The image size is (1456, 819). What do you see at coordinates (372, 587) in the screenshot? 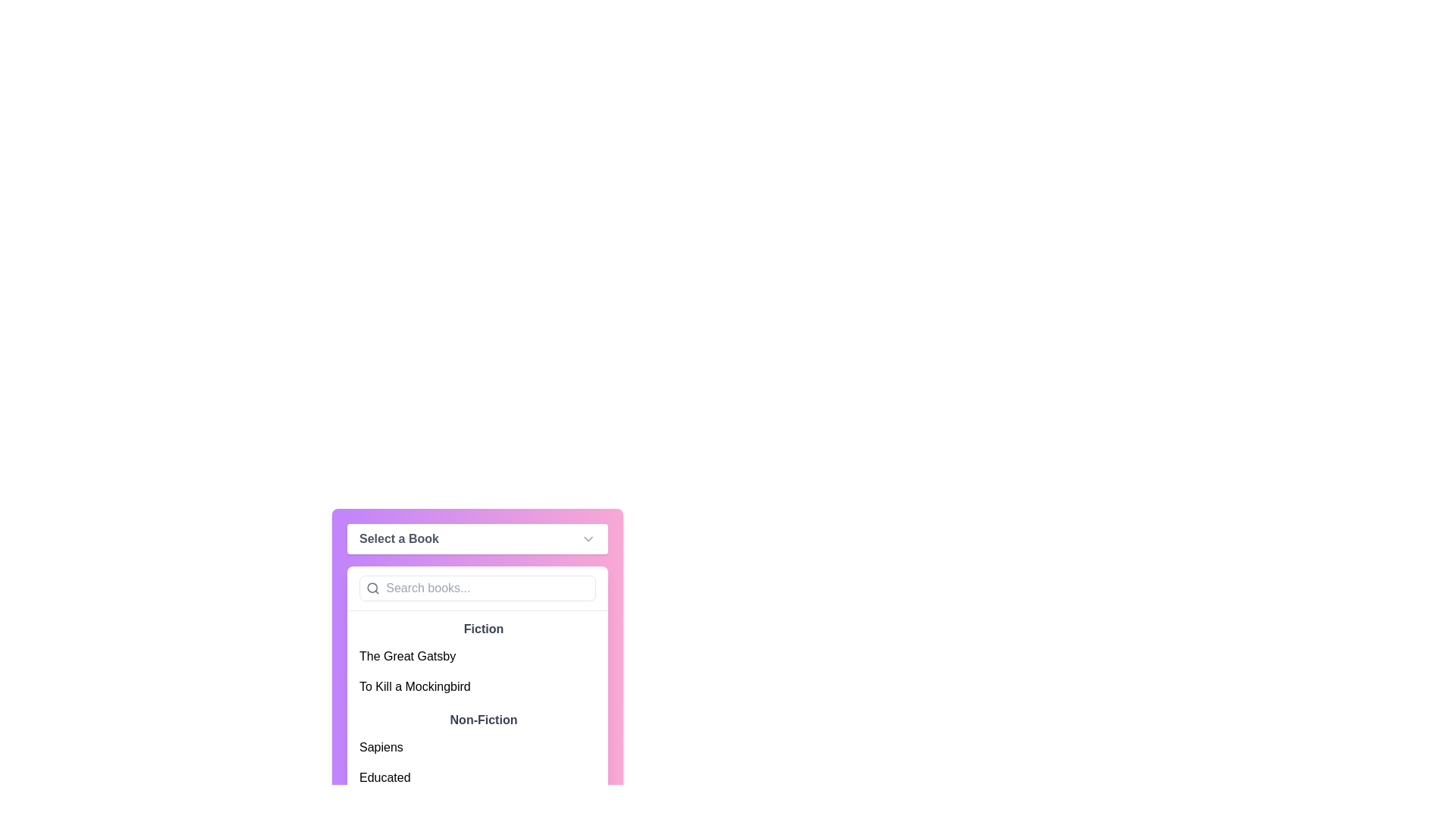
I see `the Svg circle, which is part of the magnifying glass icon located inside the search input box labeled 'Search books...'` at bounding box center [372, 587].